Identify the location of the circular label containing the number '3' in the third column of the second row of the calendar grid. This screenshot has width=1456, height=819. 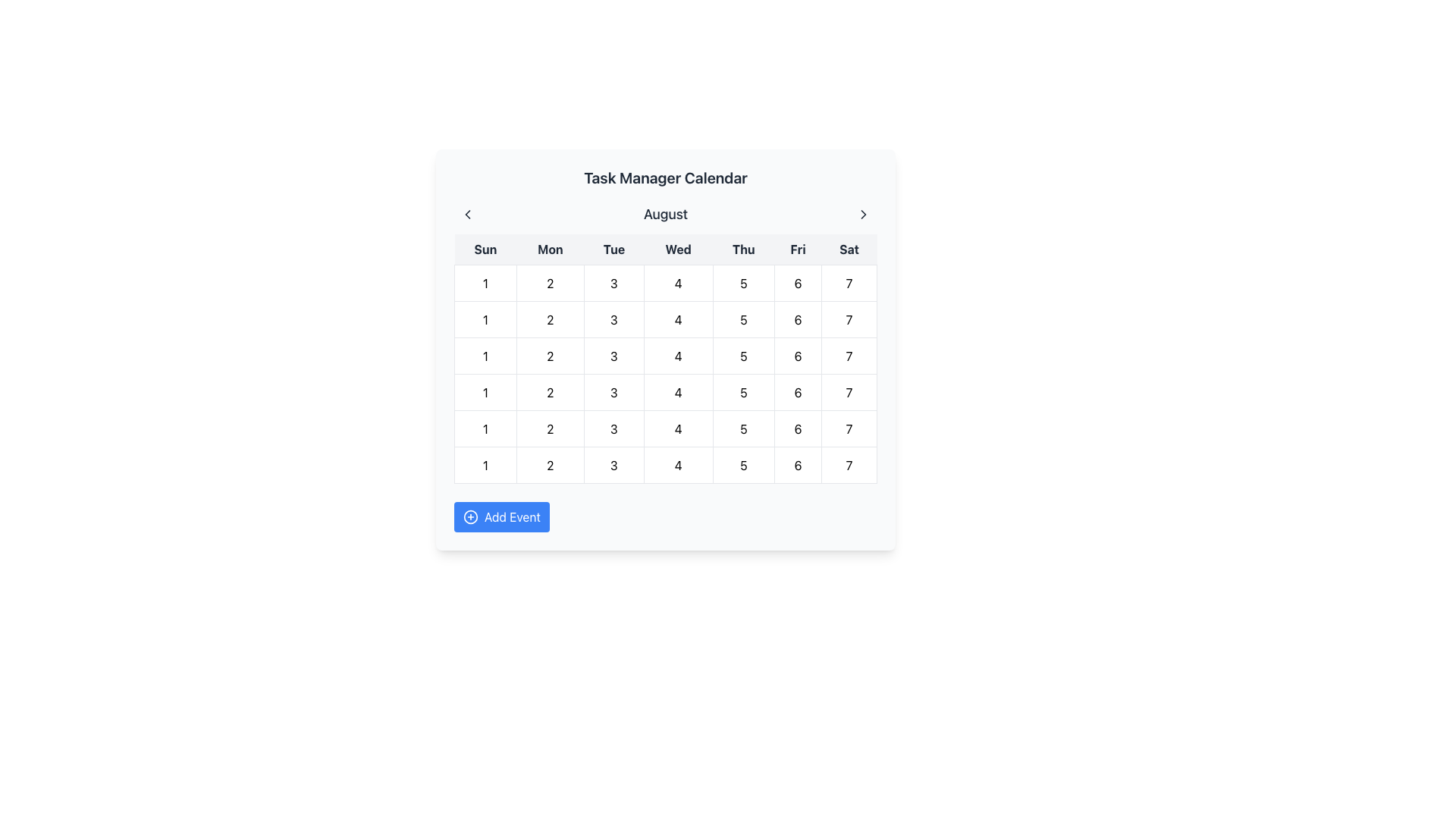
(613, 318).